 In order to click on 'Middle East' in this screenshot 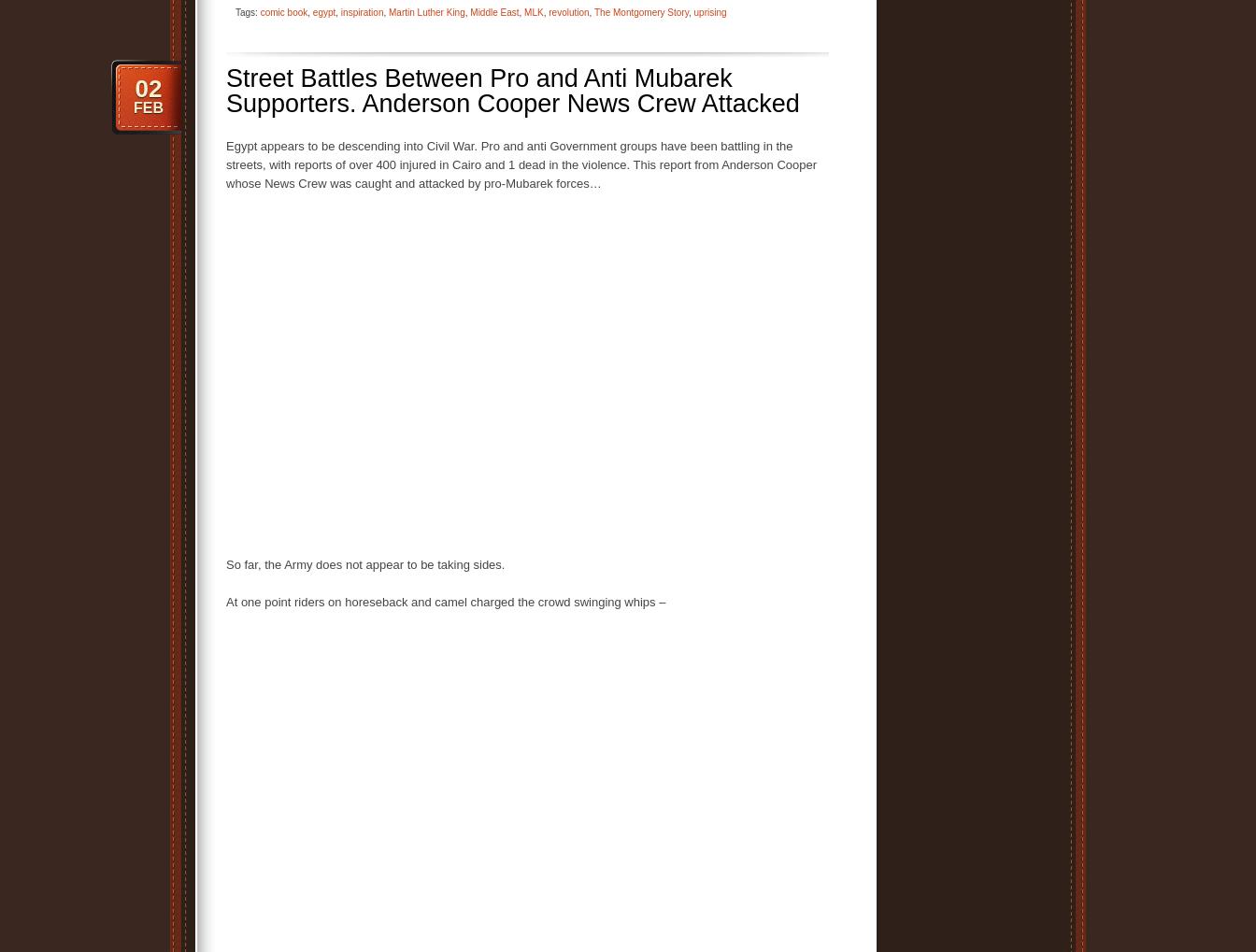, I will do `click(493, 10)`.